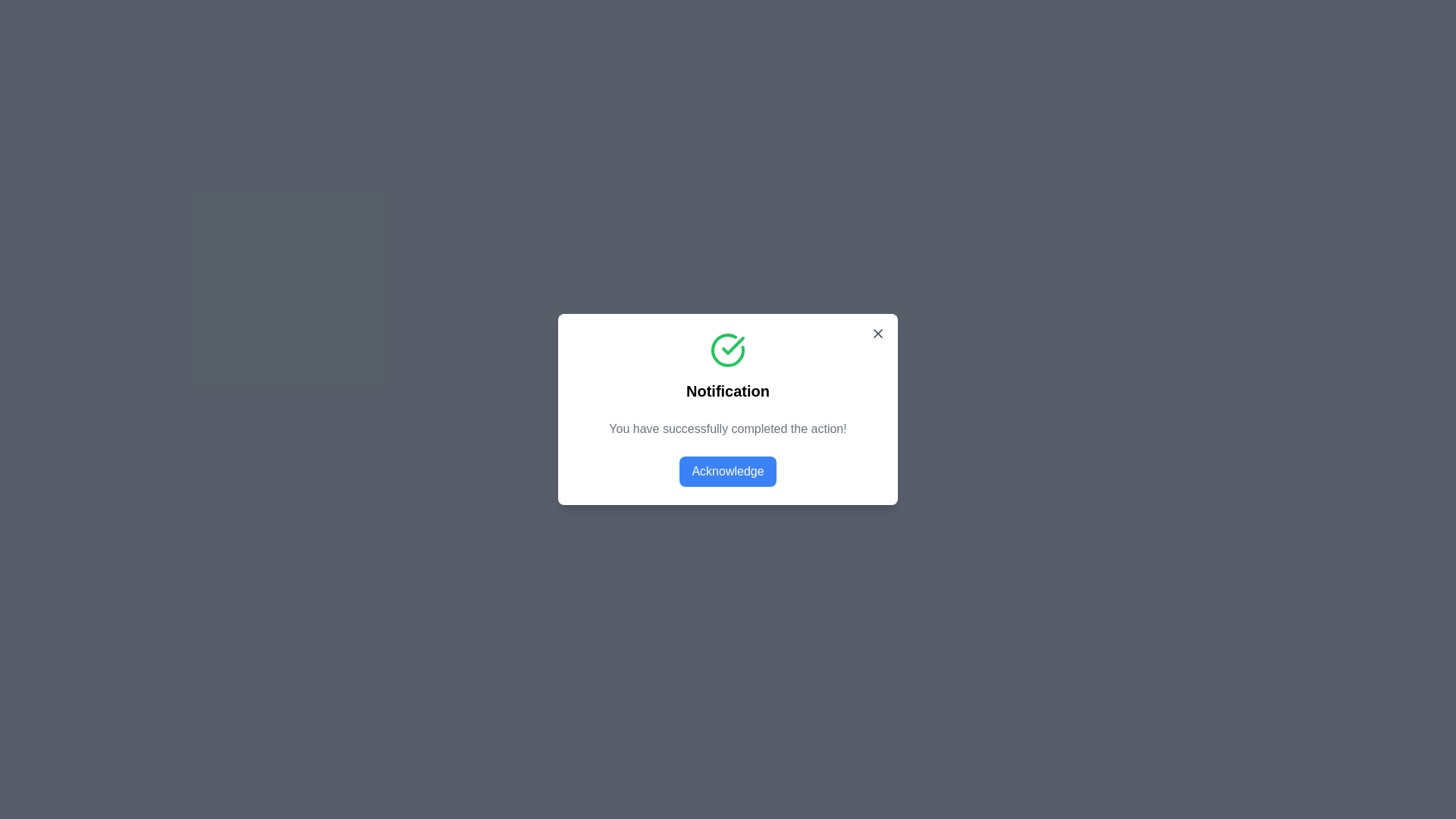 The height and width of the screenshot is (819, 1456). I want to click on the green circular icon containing a checkmark, which indicates success, so click(733, 345).